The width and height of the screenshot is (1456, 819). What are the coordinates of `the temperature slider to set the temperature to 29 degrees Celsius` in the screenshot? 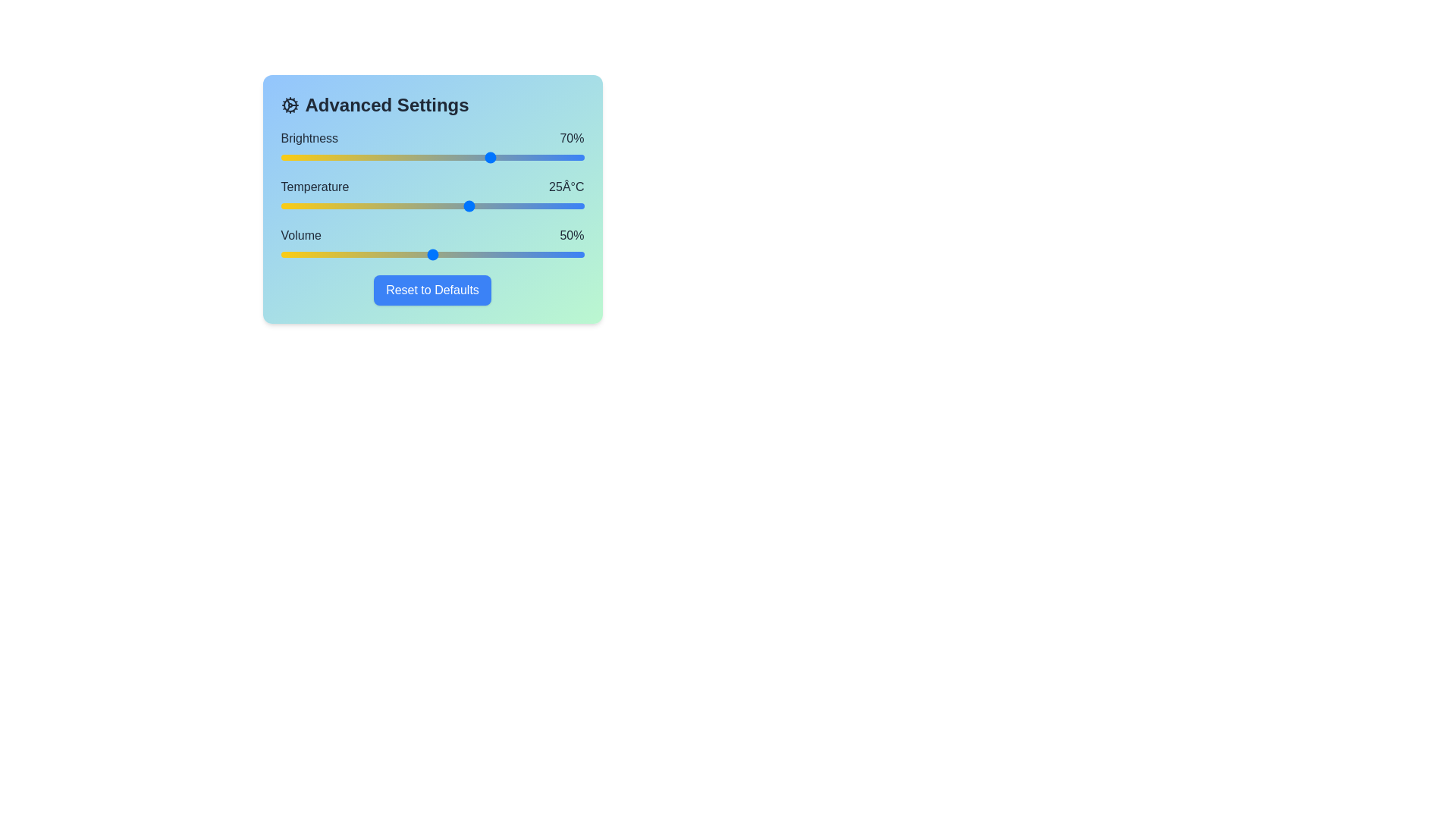 It's located at (500, 206).